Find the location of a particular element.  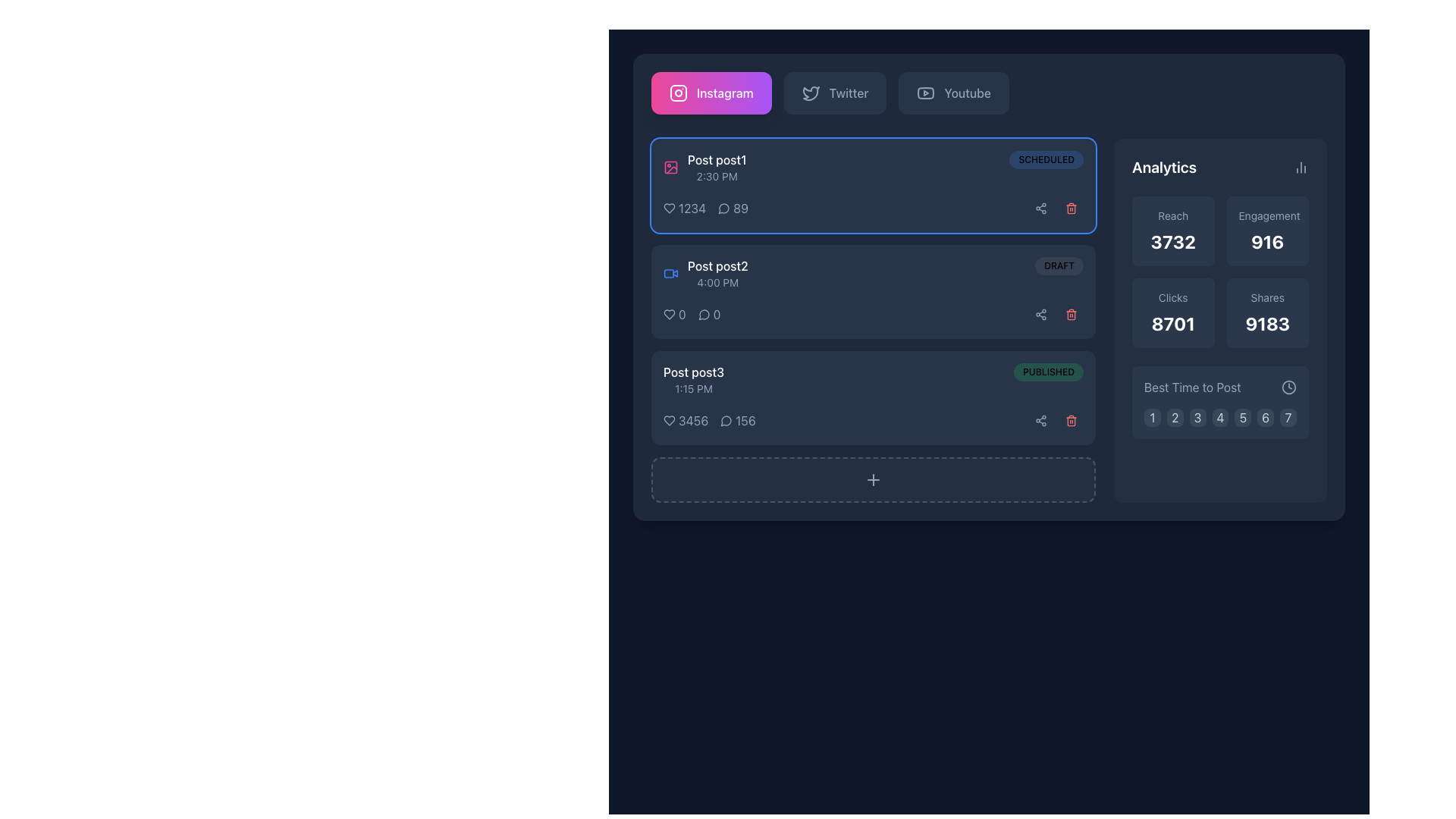

the square button with a dark slate background labeled '2' is located at coordinates (1174, 418).